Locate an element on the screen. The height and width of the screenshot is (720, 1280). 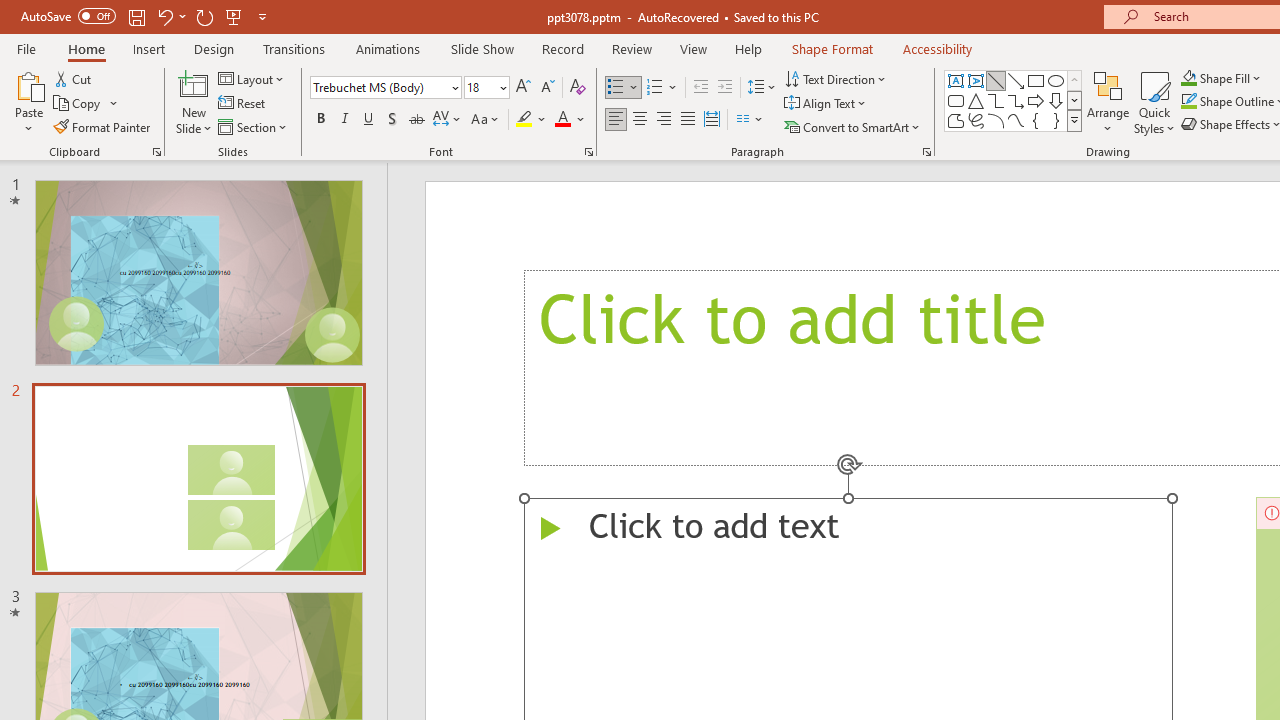
'Strikethrough' is located at coordinates (415, 119).